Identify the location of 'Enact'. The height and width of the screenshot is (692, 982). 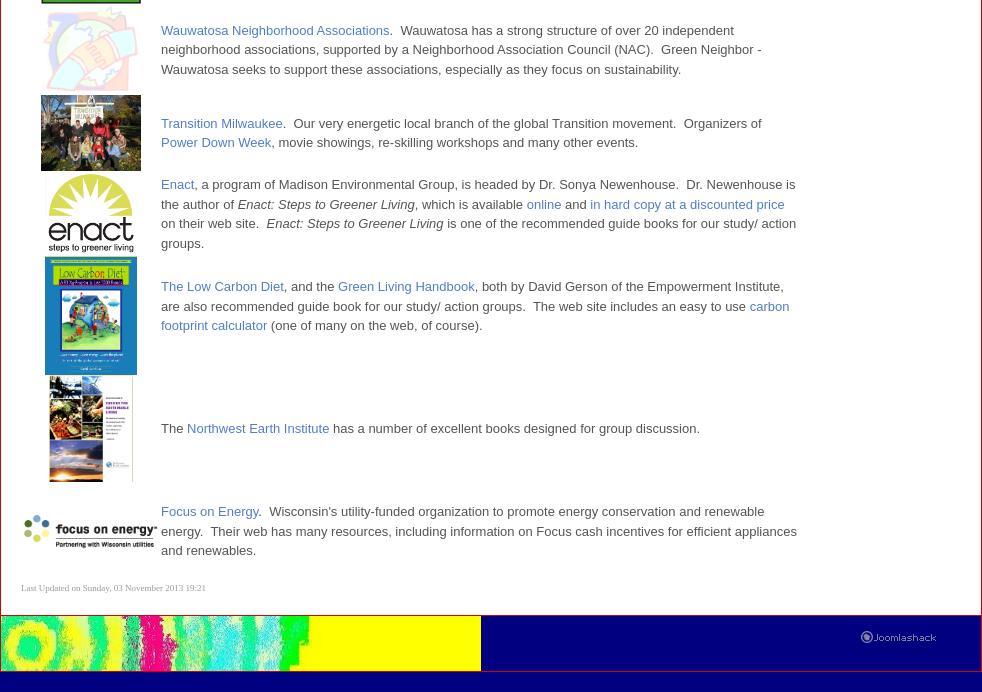
(176, 184).